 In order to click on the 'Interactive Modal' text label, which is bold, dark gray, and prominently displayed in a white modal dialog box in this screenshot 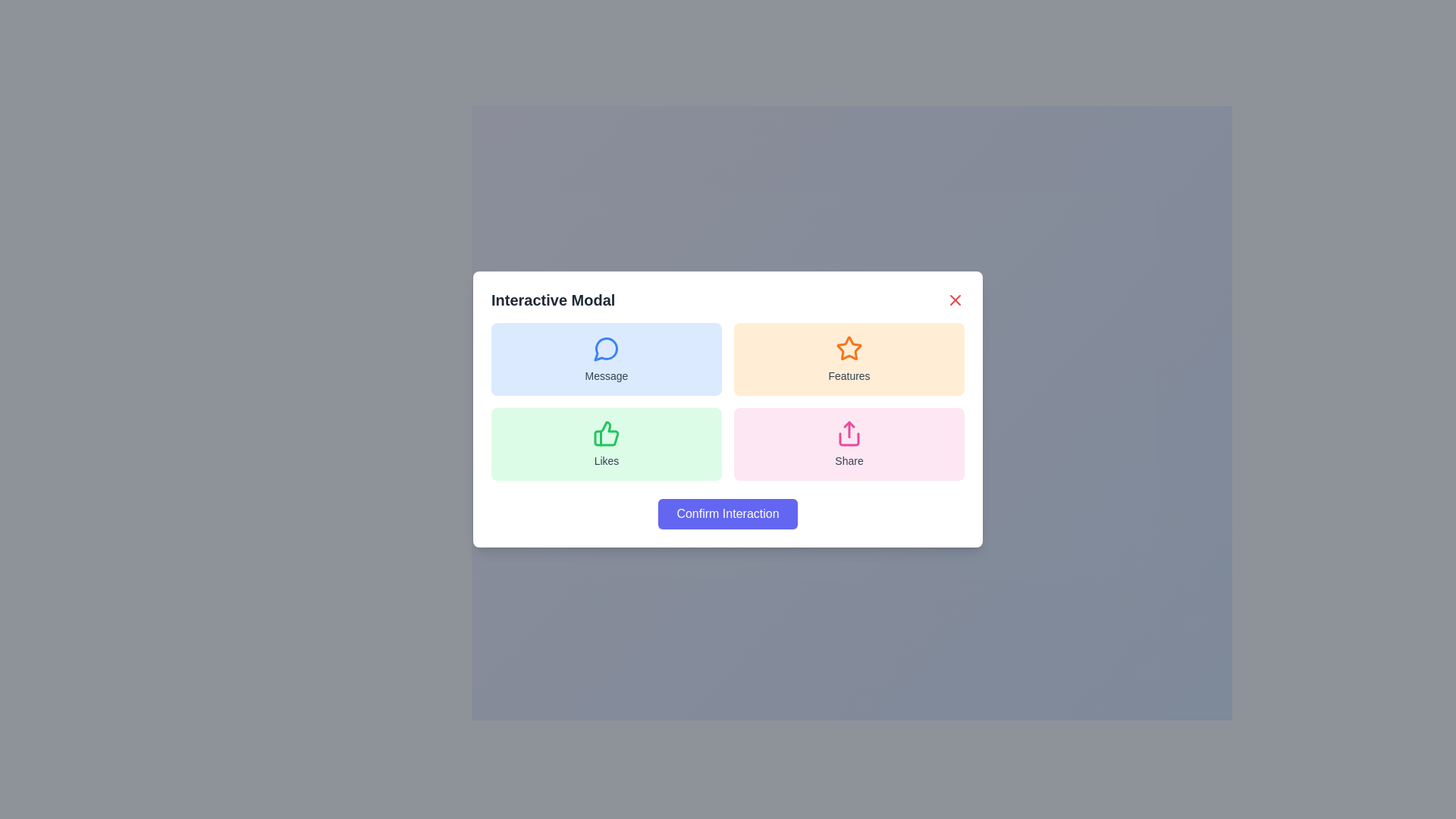, I will do `click(552, 300)`.